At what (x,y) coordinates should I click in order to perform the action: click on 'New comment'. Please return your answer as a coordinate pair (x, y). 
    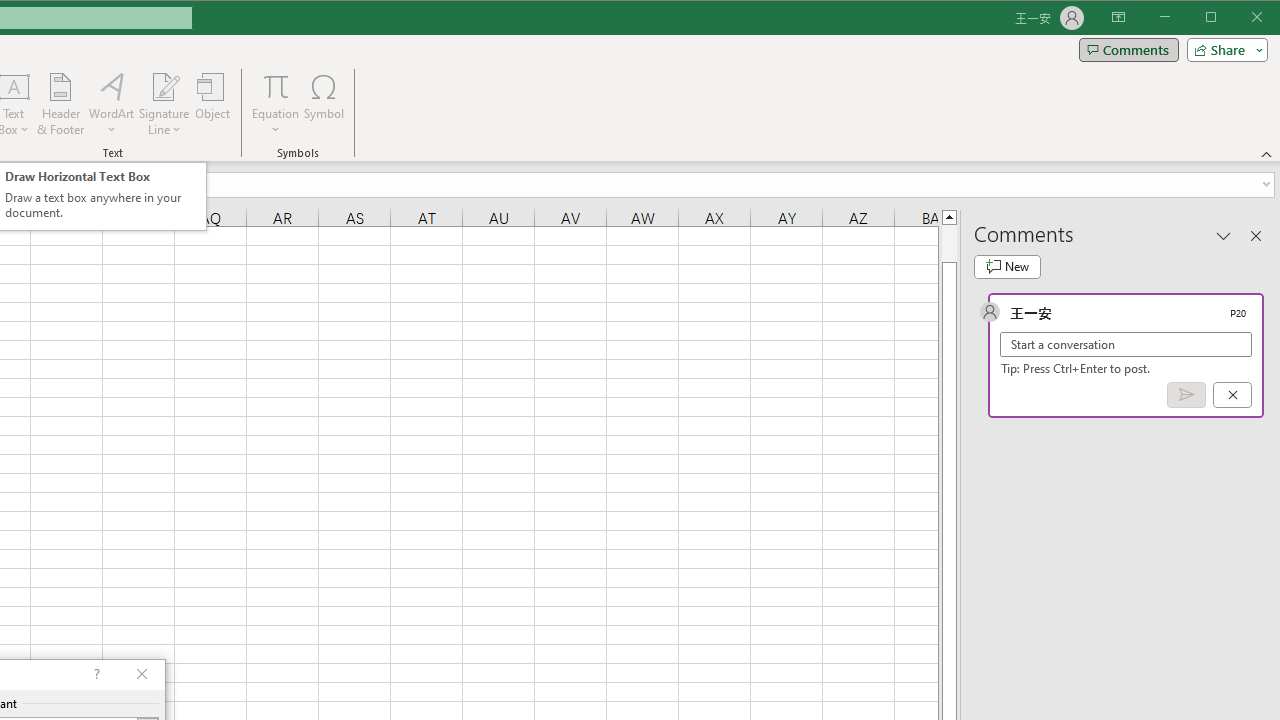
    Looking at the image, I should click on (1007, 266).